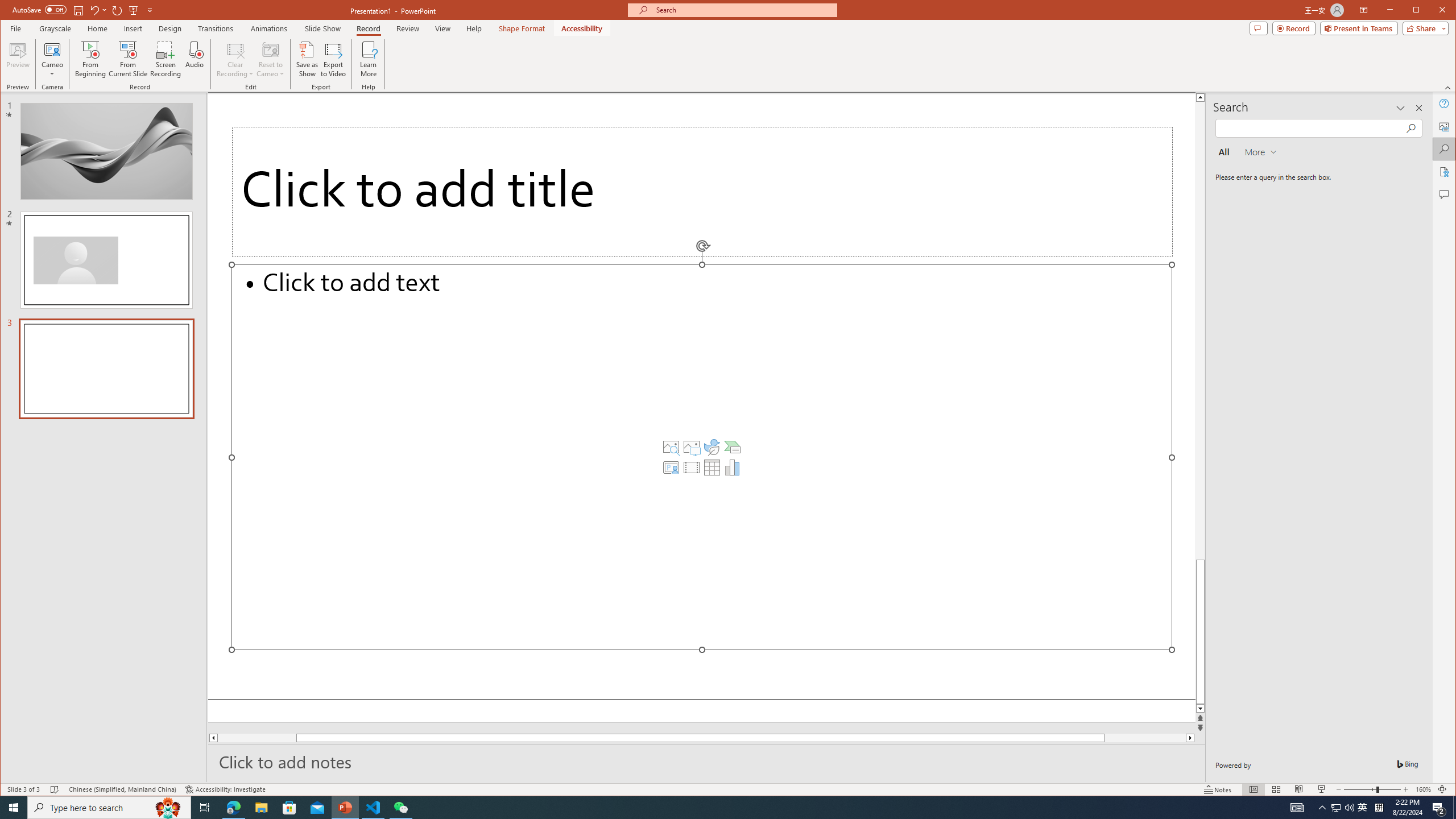 The height and width of the screenshot is (819, 1456). I want to click on 'Reset to Cameo', so click(269, 59).